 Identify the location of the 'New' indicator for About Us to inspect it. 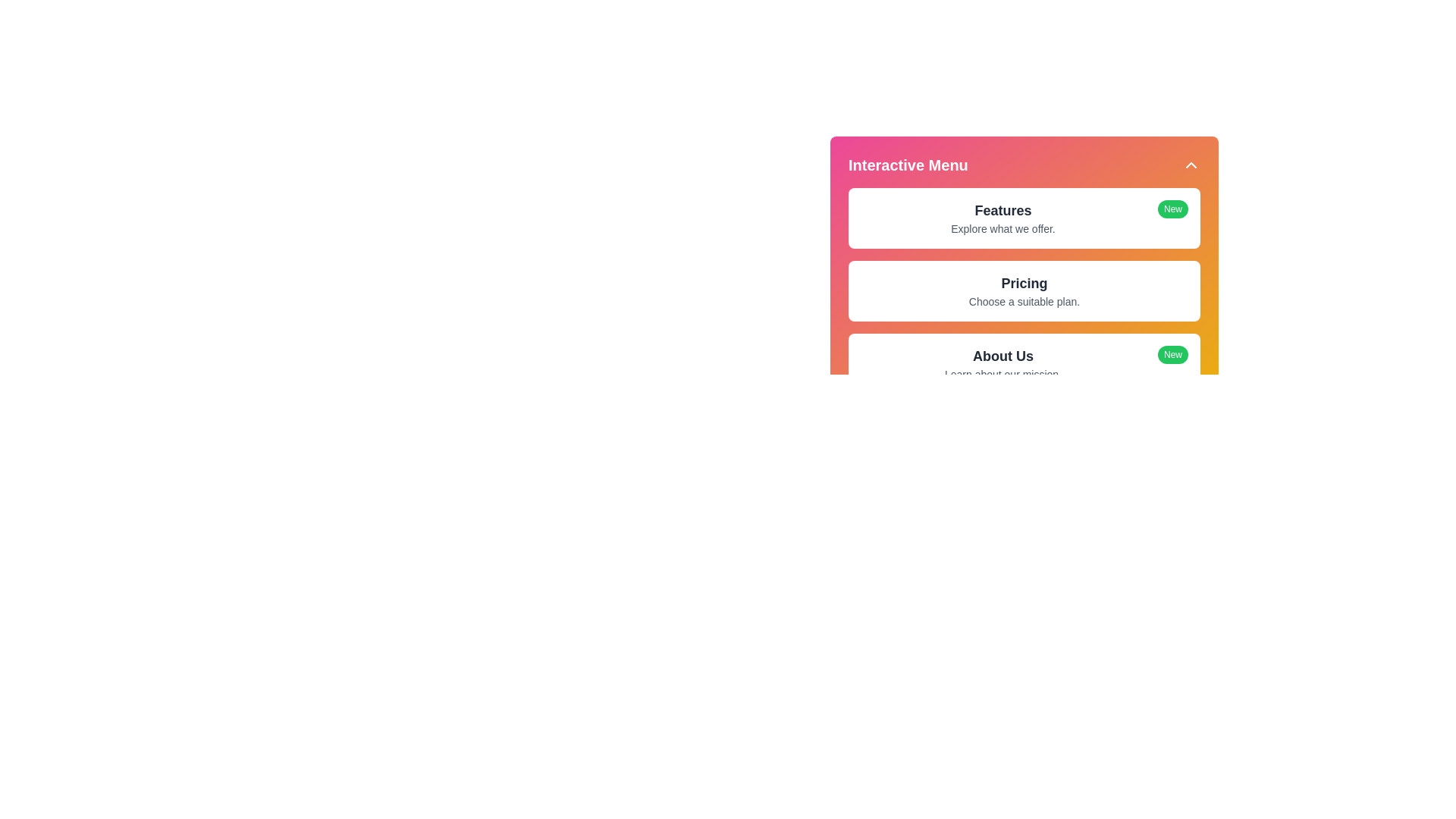
(1172, 354).